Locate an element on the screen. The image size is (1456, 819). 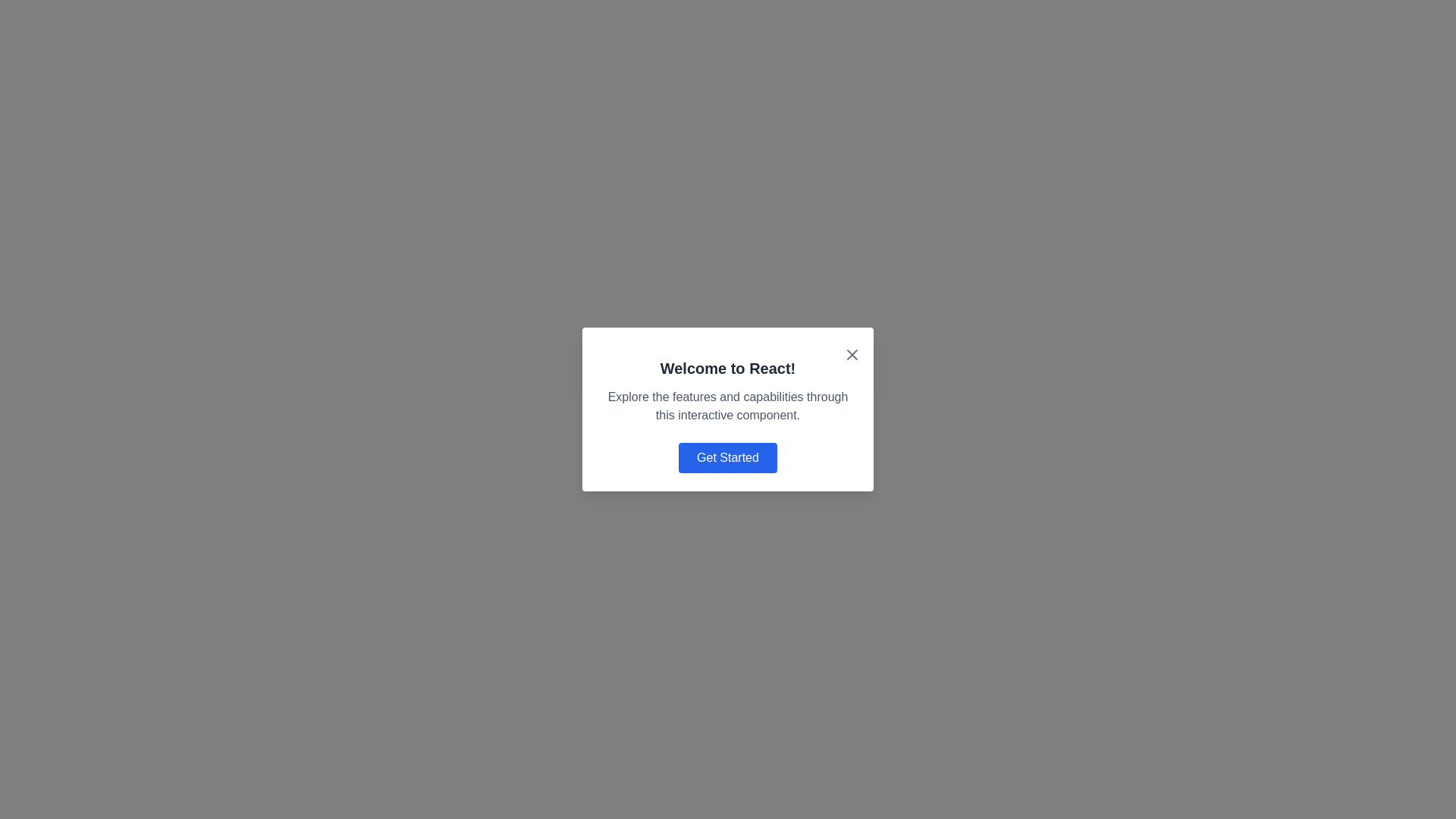
the close button located in the top-right corner of the popup window is located at coordinates (852, 354).